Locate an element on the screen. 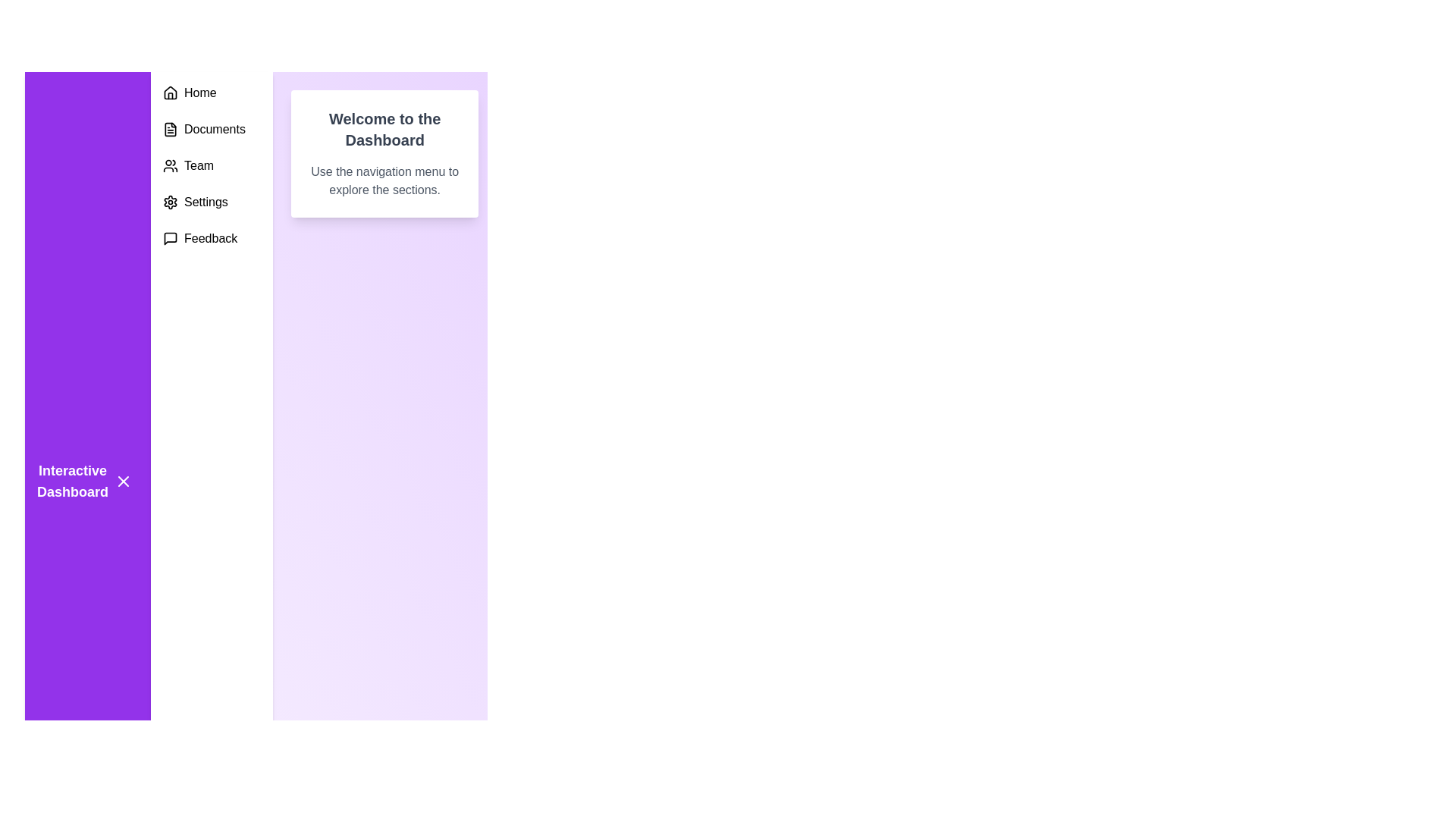  text of the bold, white label that says 'Interactive Dashboard' located in the side navigation bar on a purple background is located at coordinates (72, 482).